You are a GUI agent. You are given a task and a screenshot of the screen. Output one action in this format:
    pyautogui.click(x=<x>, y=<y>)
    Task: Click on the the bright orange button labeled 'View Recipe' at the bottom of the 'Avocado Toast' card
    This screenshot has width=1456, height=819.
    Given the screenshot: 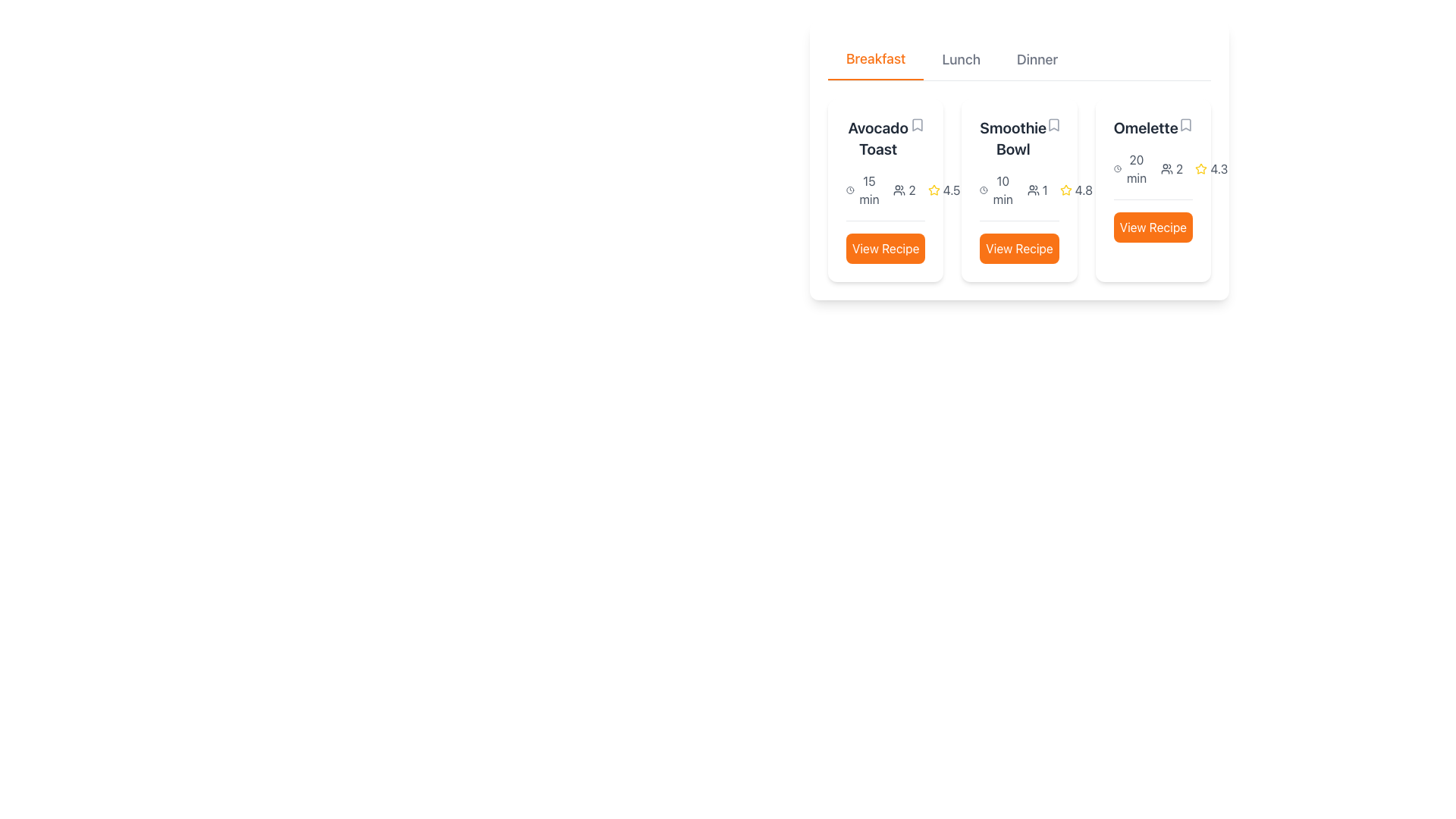 What is the action you would take?
    pyautogui.click(x=885, y=241)
    